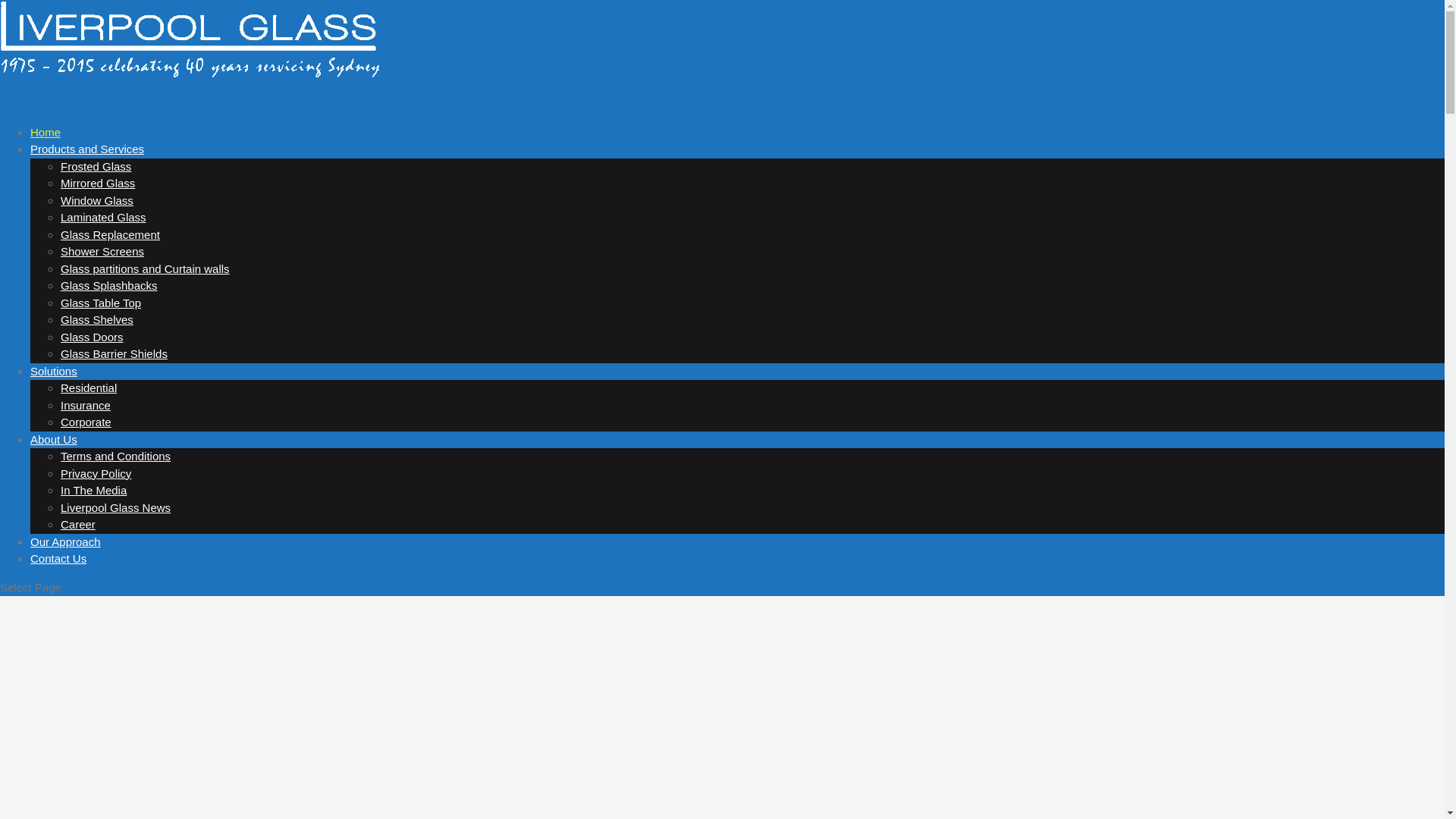 The image size is (1456, 819). Describe the element at coordinates (54, 453) in the screenshot. I see `'About Us'` at that location.